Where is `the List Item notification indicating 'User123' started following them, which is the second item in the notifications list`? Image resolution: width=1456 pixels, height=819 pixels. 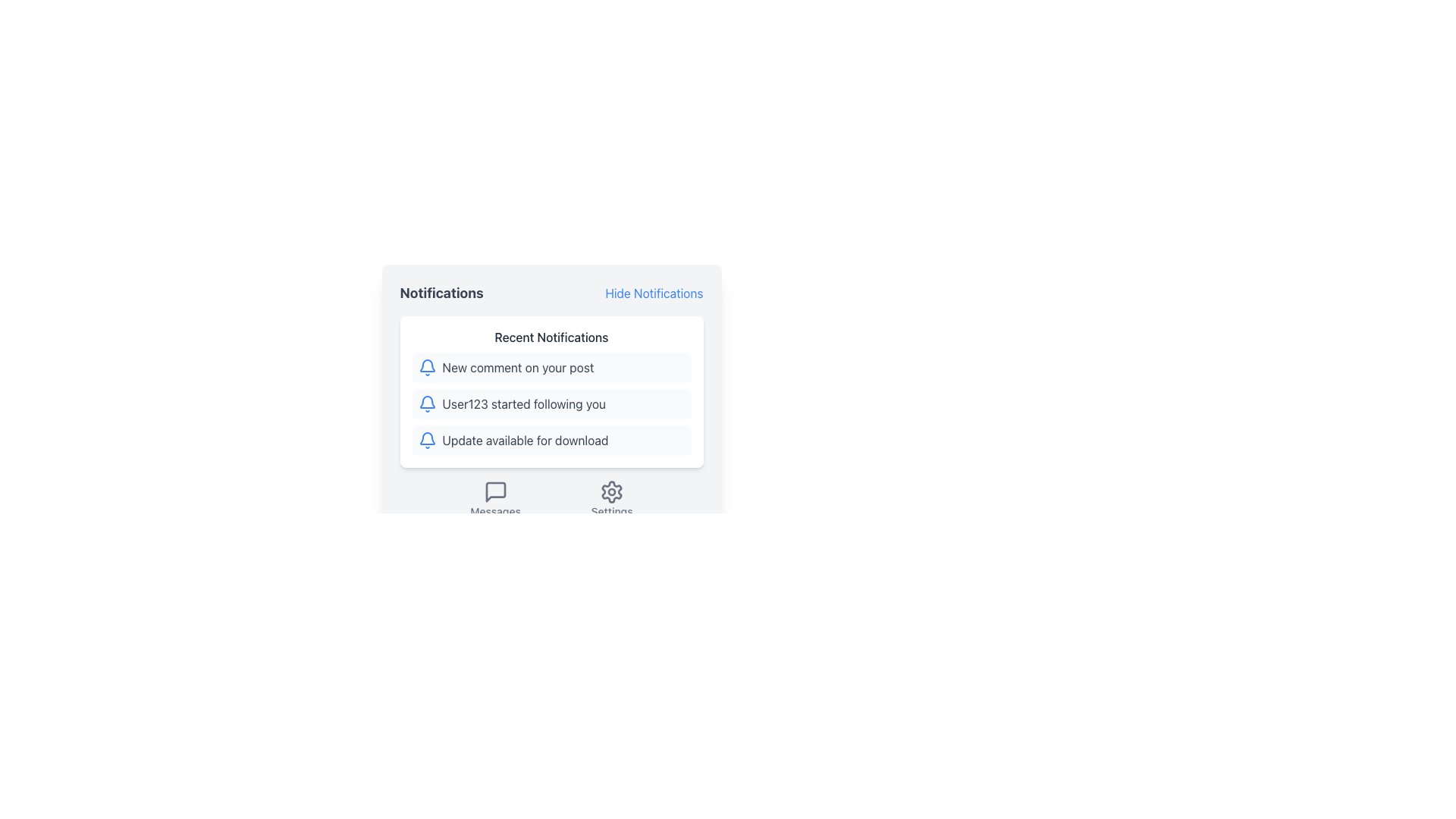 the List Item notification indicating 'User123' started following them, which is the second item in the notifications list is located at coordinates (551, 403).